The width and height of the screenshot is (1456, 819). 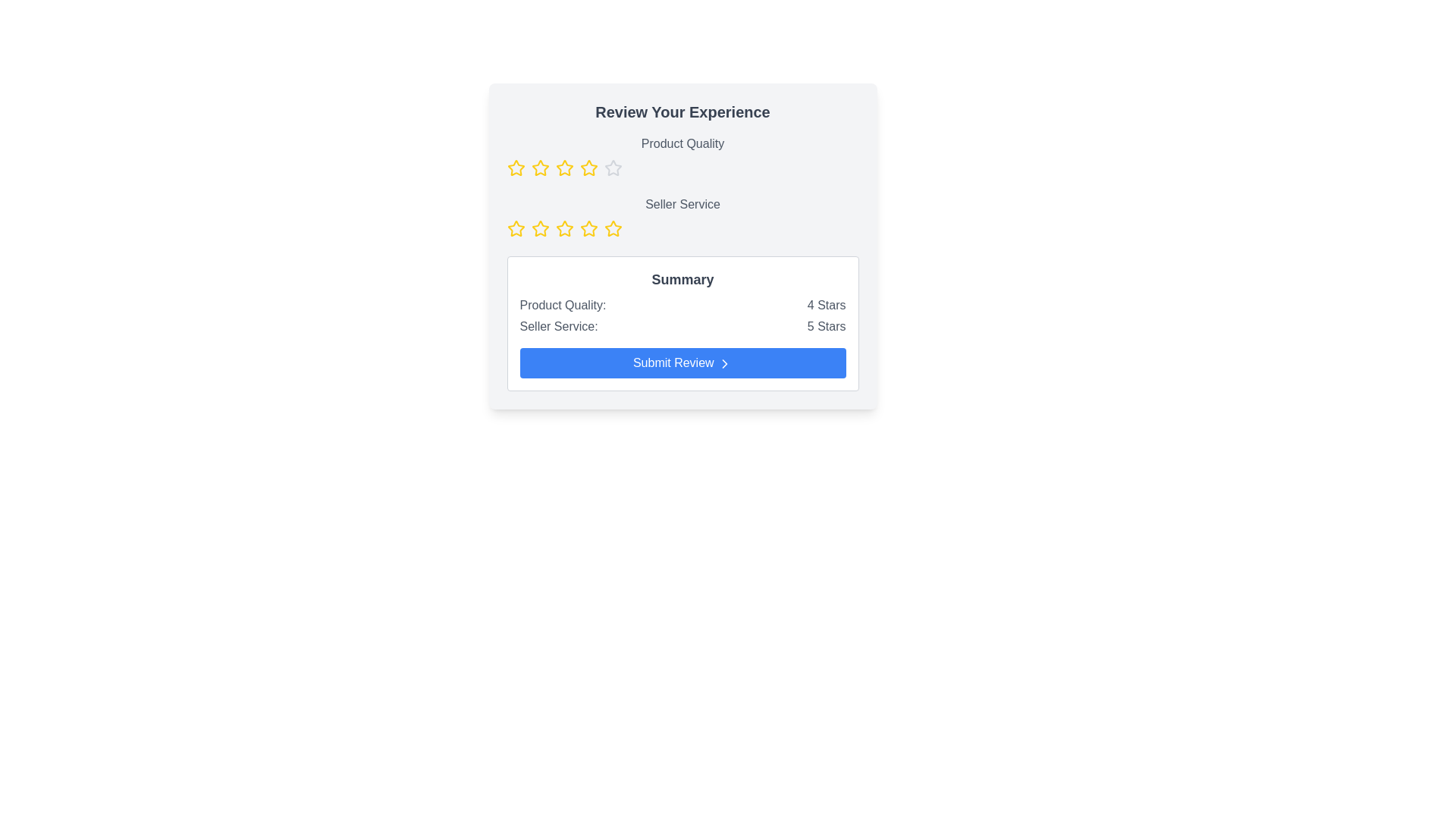 I want to click on the small rightward-pointing chevron icon located beside the 'Submit Review' button to change its appearance, so click(x=724, y=363).